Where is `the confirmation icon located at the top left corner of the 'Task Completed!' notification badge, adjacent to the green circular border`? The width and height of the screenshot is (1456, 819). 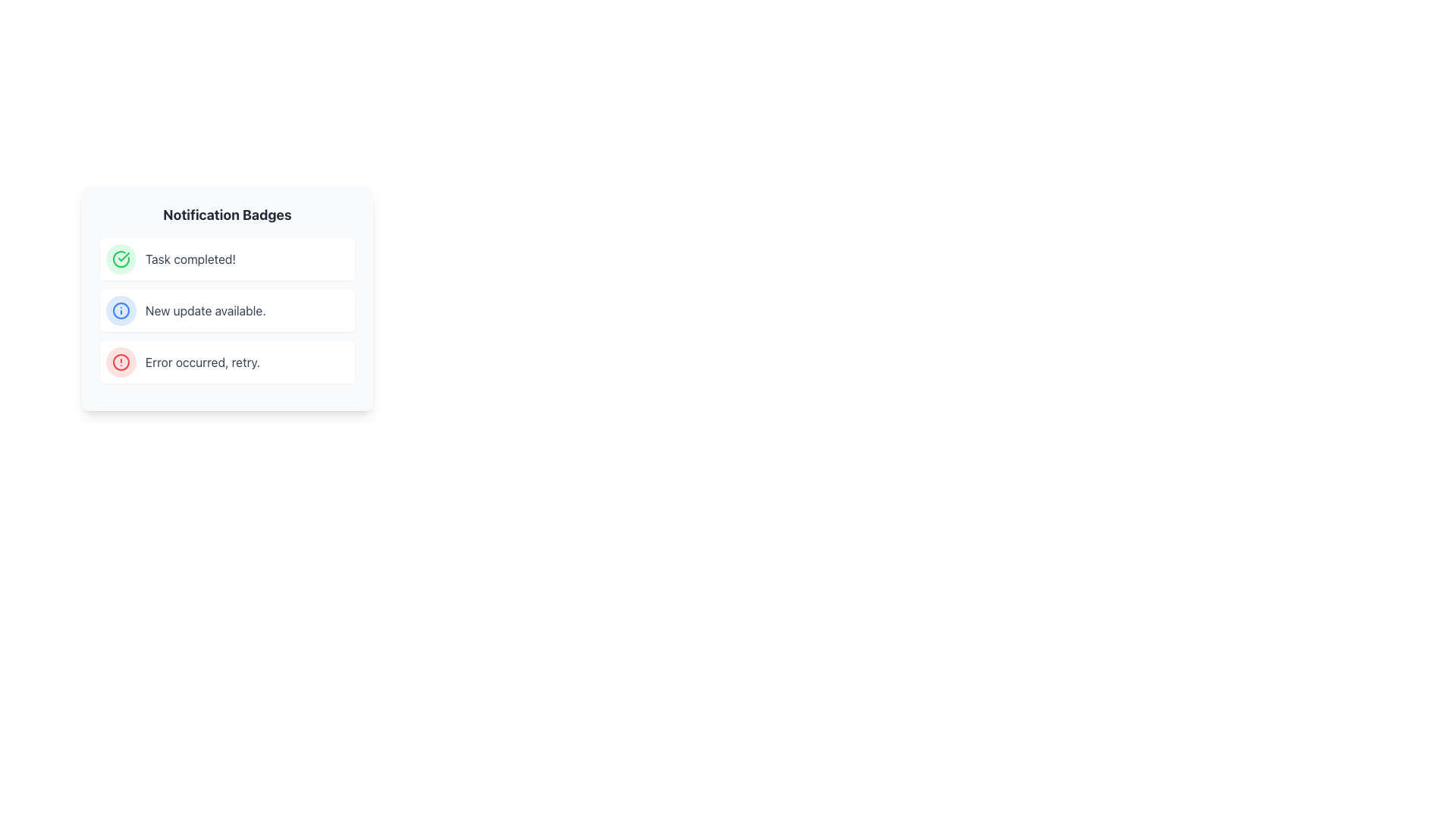 the confirmation icon located at the top left corner of the 'Task Completed!' notification badge, adjacent to the green circular border is located at coordinates (124, 256).